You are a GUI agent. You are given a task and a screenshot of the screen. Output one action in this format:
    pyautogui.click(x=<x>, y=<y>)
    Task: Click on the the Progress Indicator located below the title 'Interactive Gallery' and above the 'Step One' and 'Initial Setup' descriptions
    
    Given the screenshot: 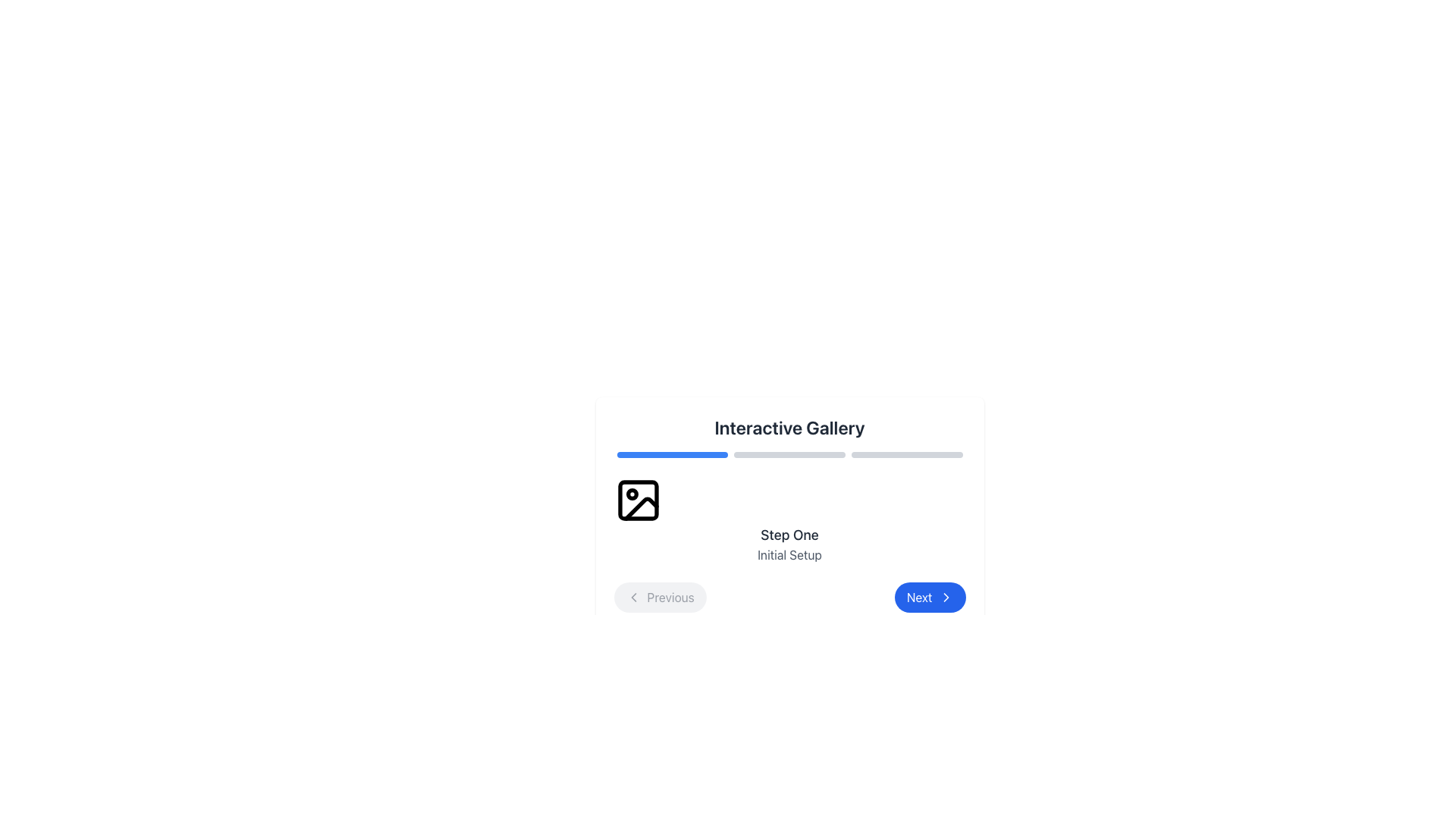 What is the action you would take?
    pyautogui.click(x=789, y=454)
    